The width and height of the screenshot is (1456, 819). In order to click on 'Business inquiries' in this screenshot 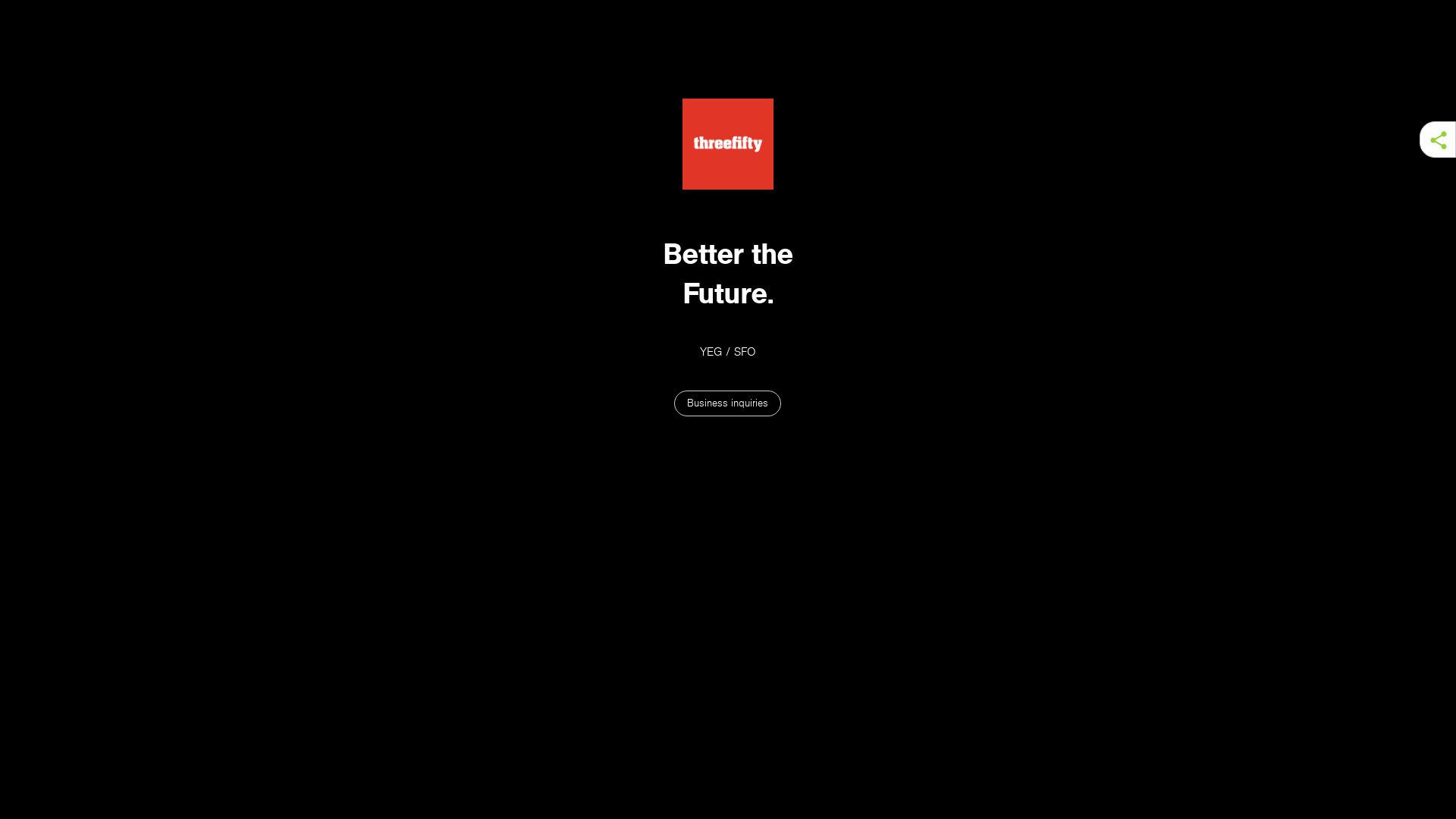, I will do `click(673, 403)`.